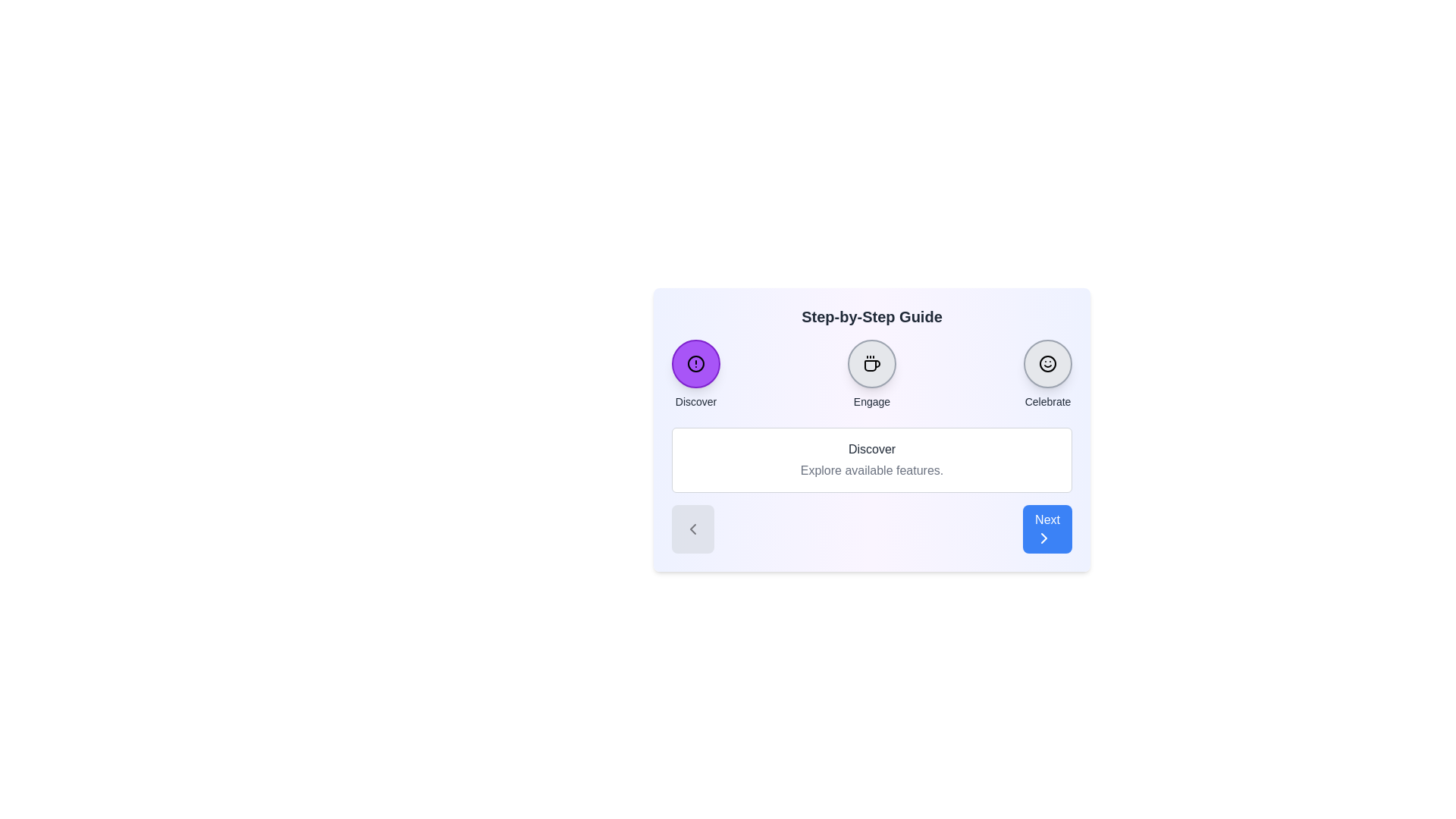 This screenshot has width=1456, height=819. Describe the element at coordinates (695, 400) in the screenshot. I see `the text label located at the center-bottom of the group, directly beneath the circular, purple-colored icon` at that location.